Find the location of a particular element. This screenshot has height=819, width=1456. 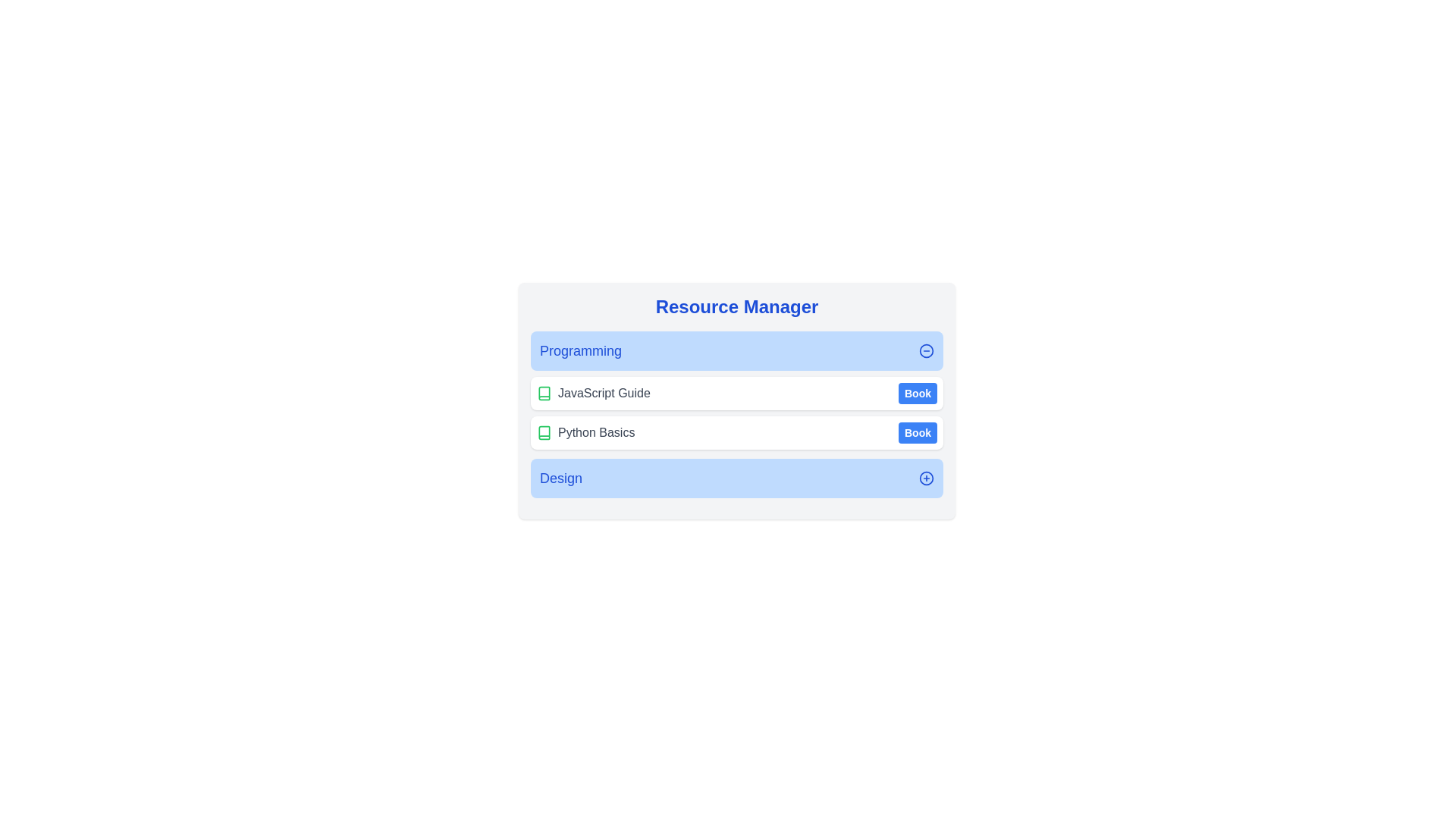

the category header to expand or collapse it. Use the parameter Design to specify the category is located at coordinates (736, 479).